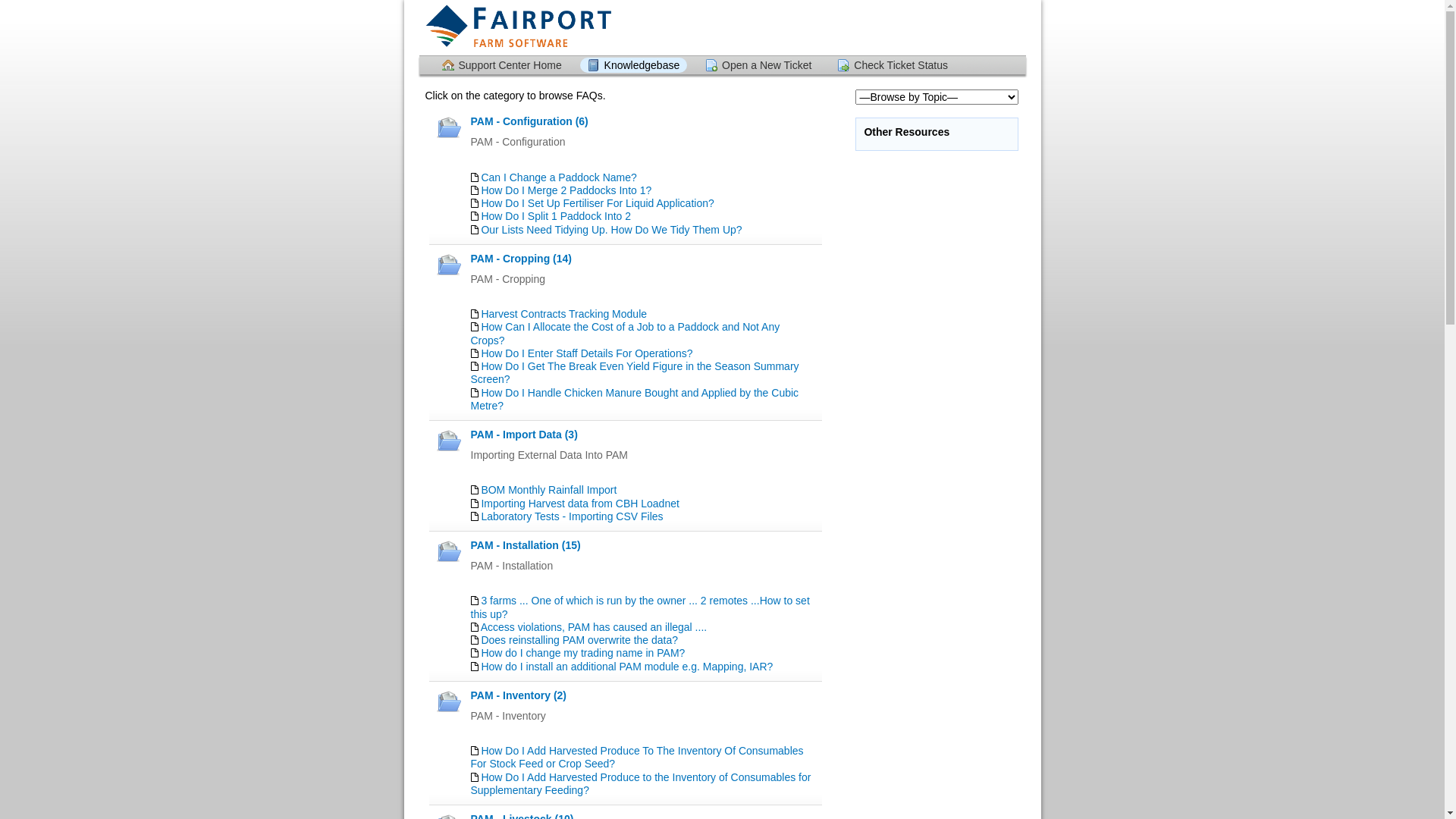  I want to click on 'Check Ticket Status', so click(892, 64).